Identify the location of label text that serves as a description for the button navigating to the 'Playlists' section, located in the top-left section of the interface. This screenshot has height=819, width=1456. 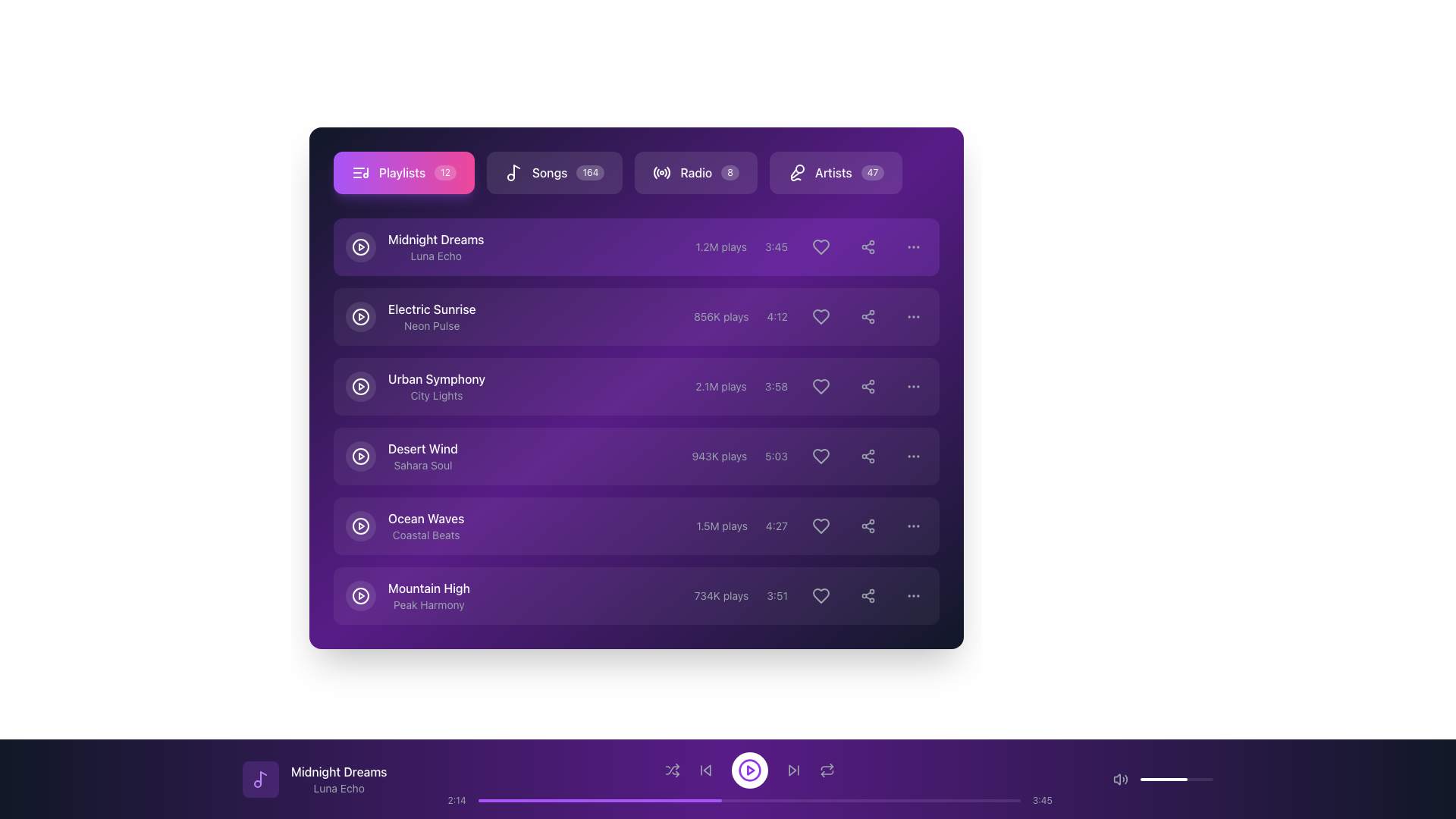
(402, 171).